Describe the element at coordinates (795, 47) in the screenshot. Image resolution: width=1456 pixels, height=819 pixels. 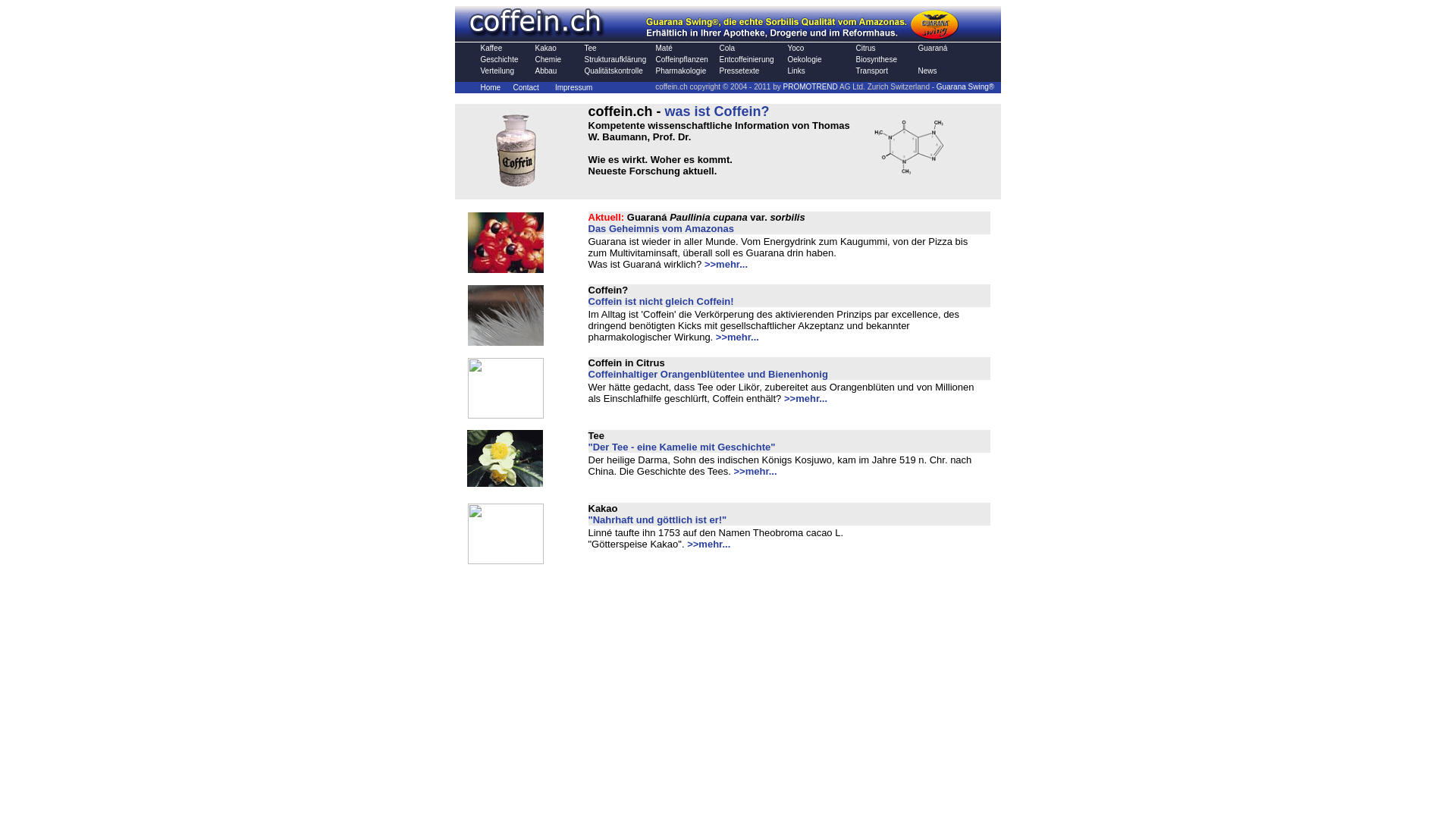
I see `'Yoco'` at that location.